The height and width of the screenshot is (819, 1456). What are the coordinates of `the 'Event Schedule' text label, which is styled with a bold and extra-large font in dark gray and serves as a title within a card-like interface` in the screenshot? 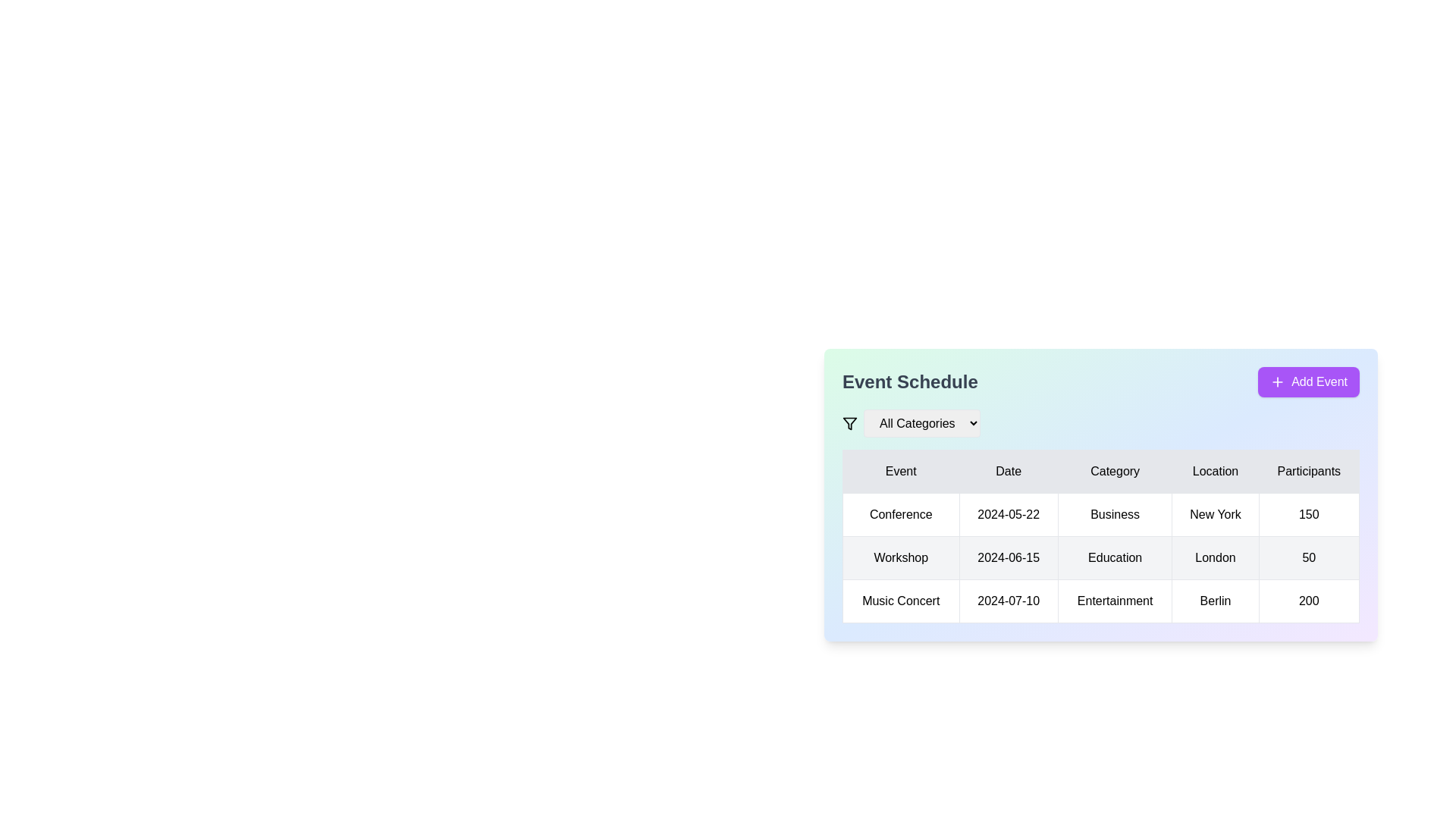 It's located at (910, 381).